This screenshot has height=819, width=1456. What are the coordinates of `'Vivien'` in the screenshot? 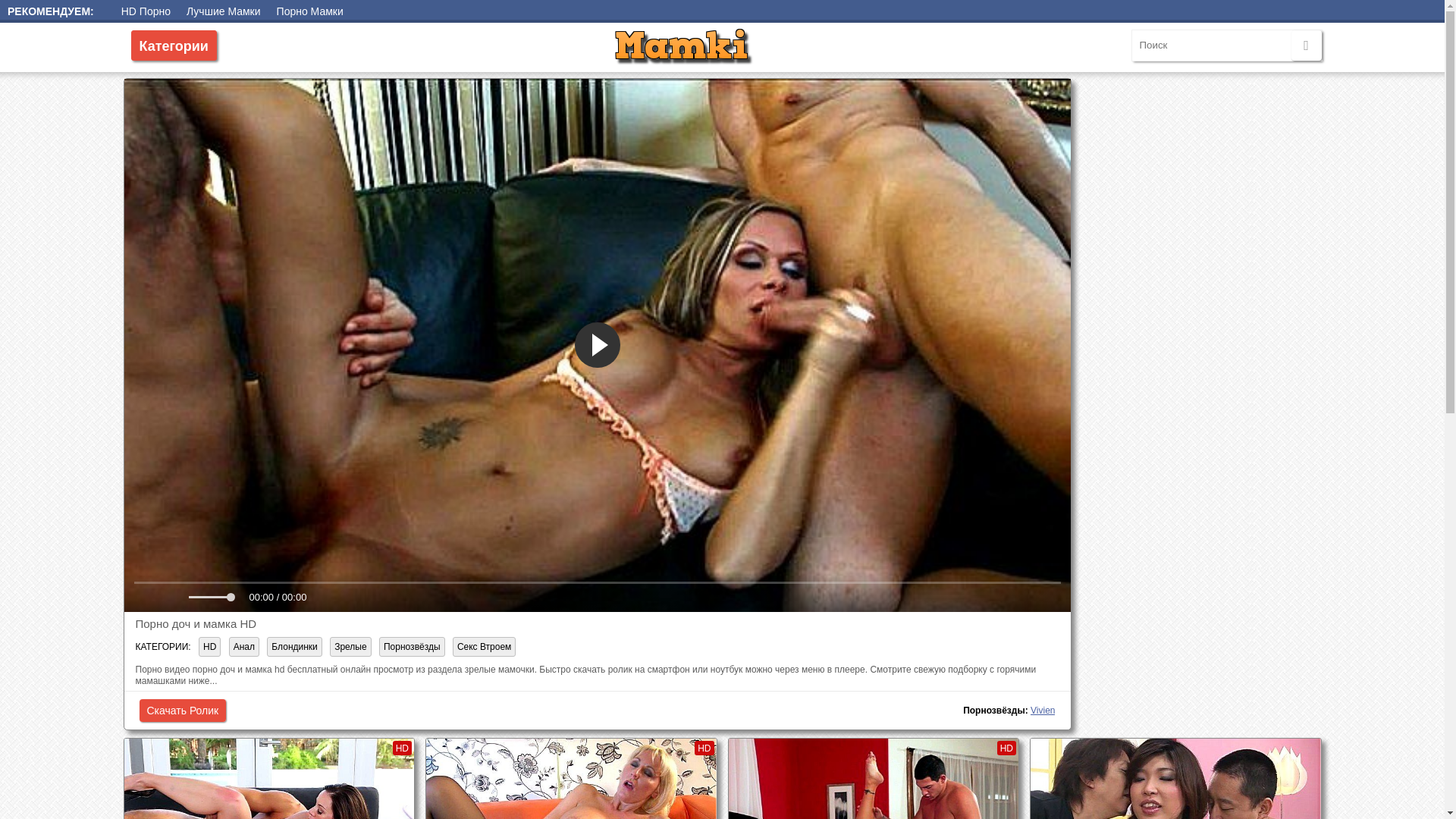 It's located at (1041, 711).